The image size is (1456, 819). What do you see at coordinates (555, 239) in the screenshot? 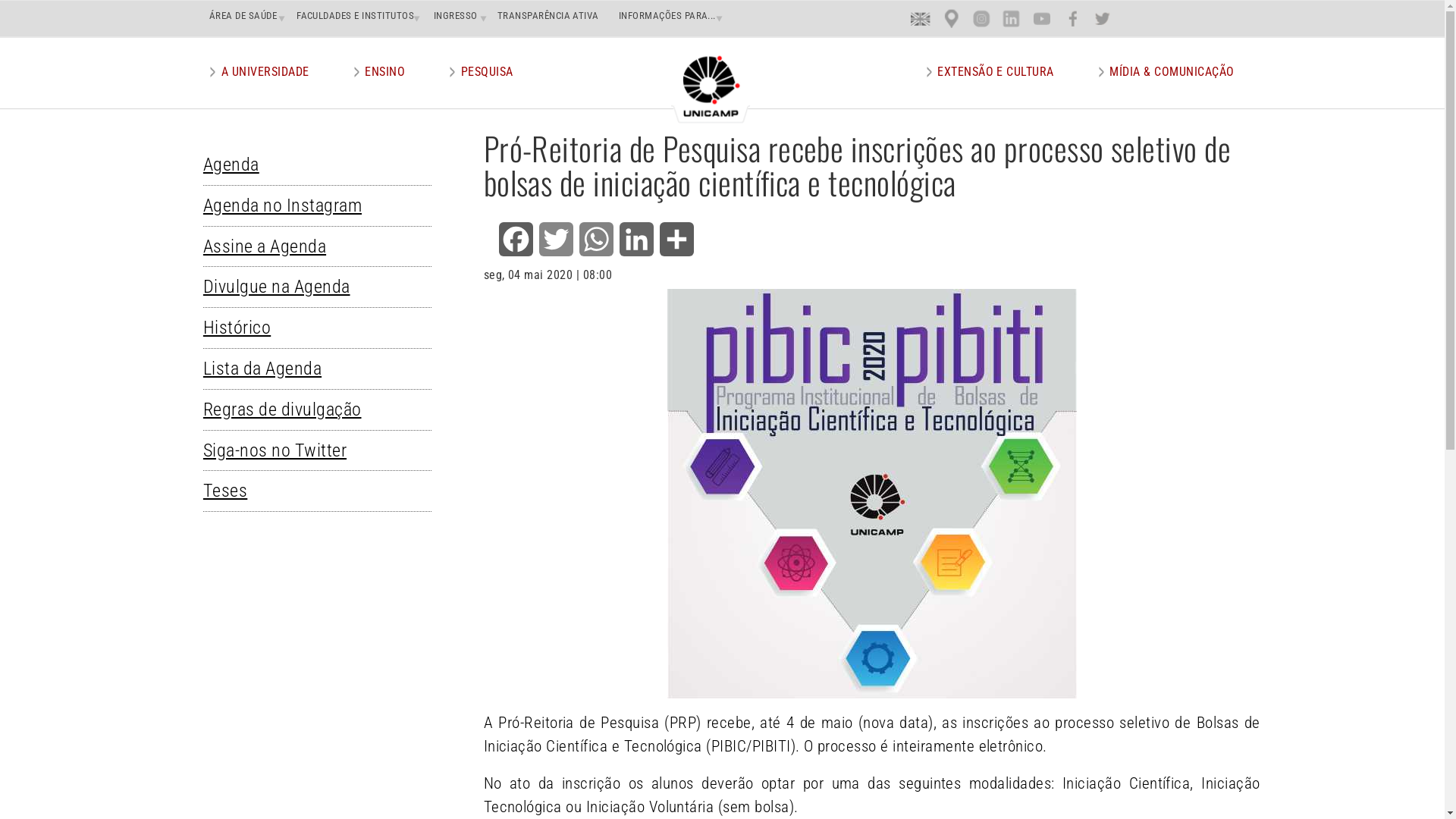
I see `'Twitter'` at bounding box center [555, 239].